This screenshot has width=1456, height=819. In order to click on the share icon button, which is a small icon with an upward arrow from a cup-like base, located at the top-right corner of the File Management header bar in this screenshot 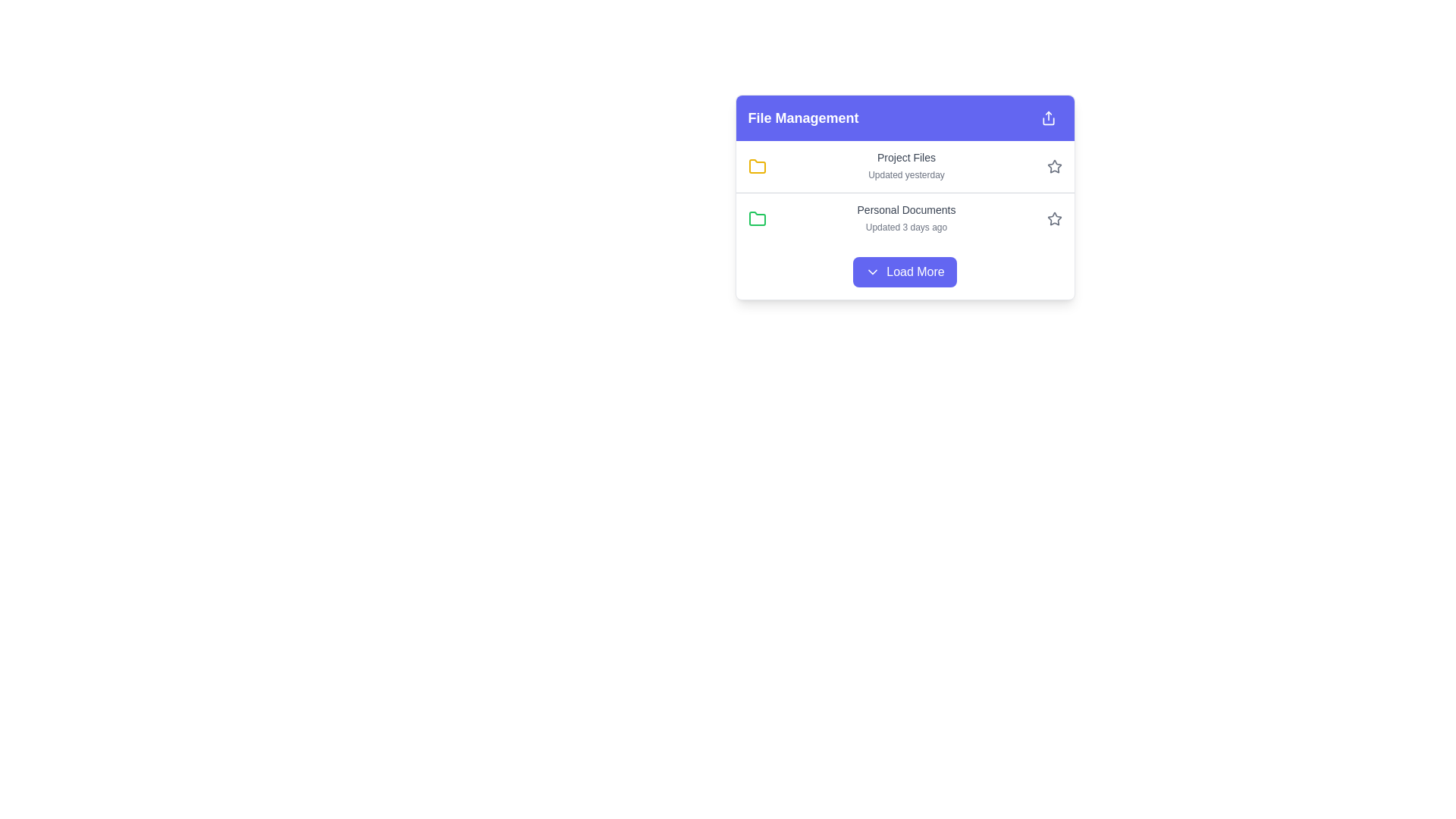, I will do `click(1047, 117)`.